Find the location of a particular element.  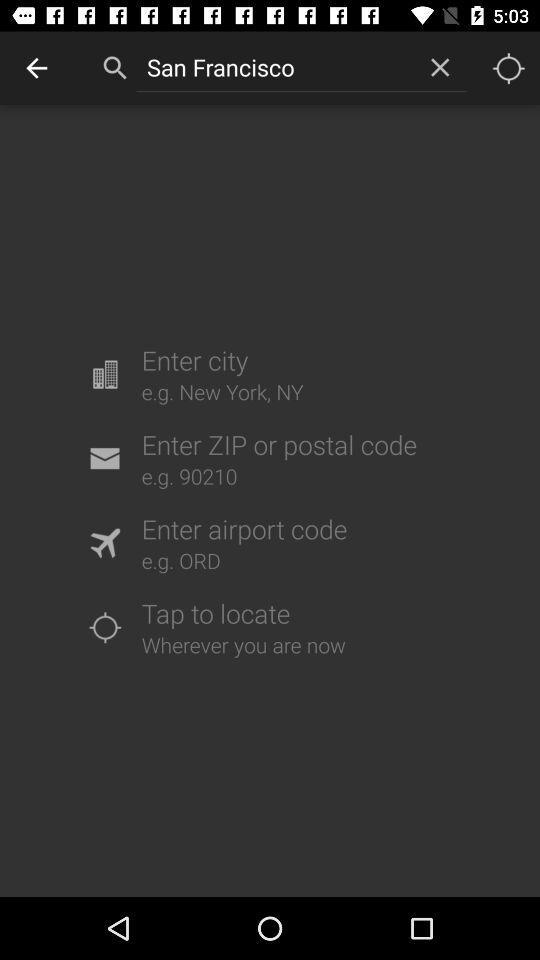

san francisco icon is located at coordinates (274, 67).